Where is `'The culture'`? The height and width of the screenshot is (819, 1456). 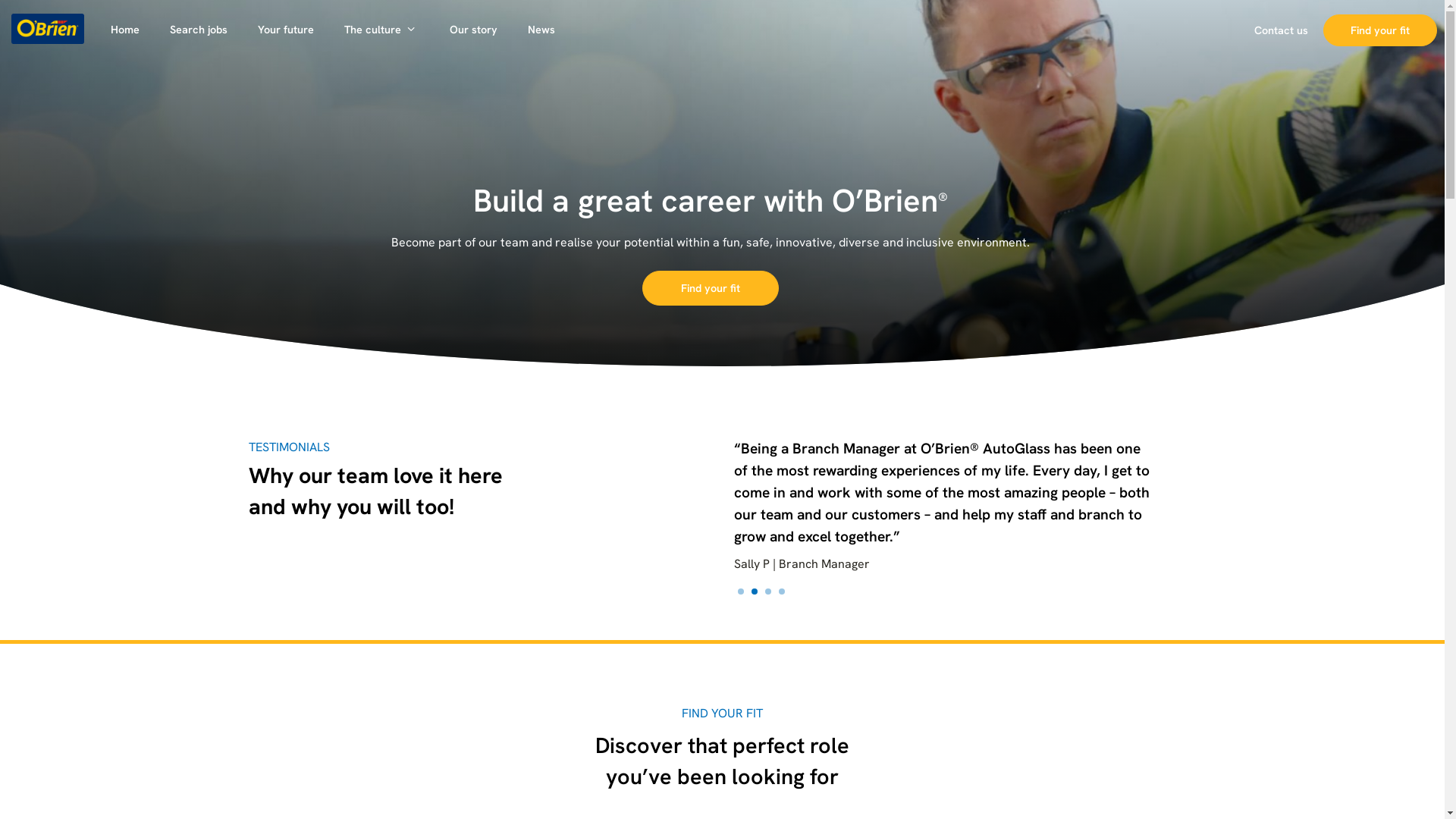 'The culture' is located at coordinates (381, 30).